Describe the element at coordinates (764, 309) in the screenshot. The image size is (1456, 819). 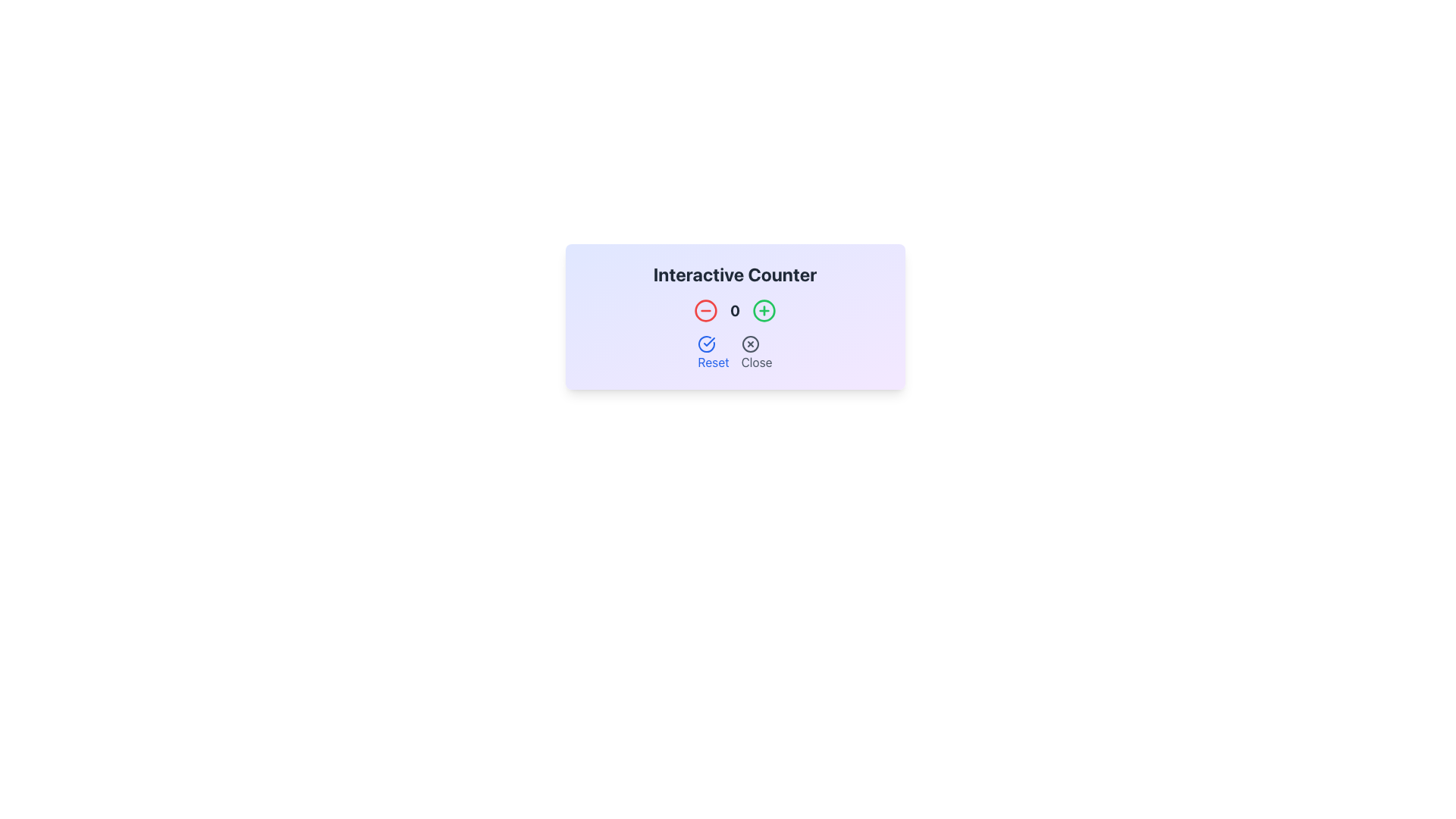
I see `the decorative plus icon represented by a circle in the SVG graphic located in the top section of the interface` at that location.